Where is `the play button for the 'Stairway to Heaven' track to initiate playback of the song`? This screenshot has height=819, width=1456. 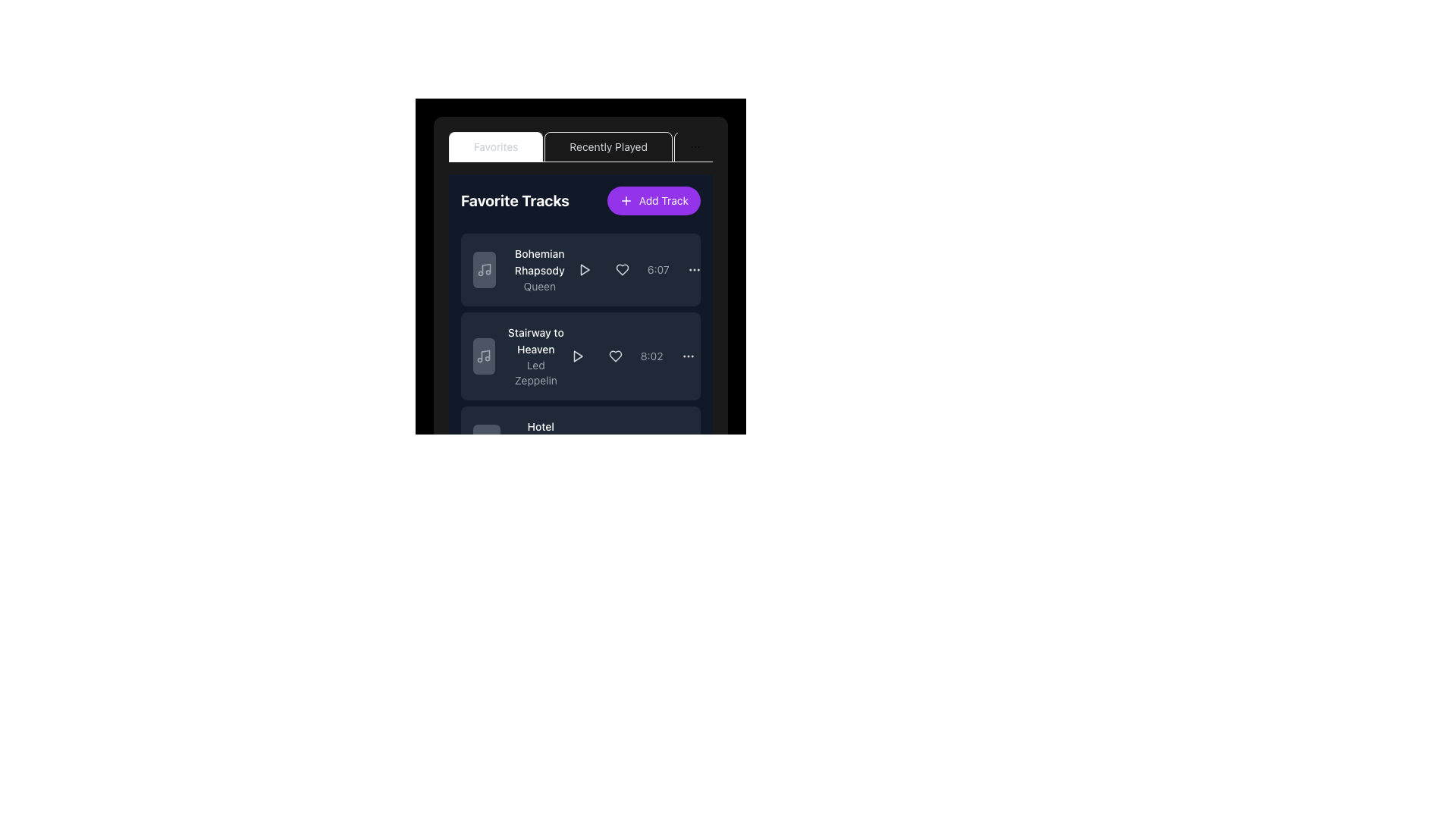
the play button for the 'Stairway to Heaven' track to initiate playback of the song is located at coordinates (576, 356).